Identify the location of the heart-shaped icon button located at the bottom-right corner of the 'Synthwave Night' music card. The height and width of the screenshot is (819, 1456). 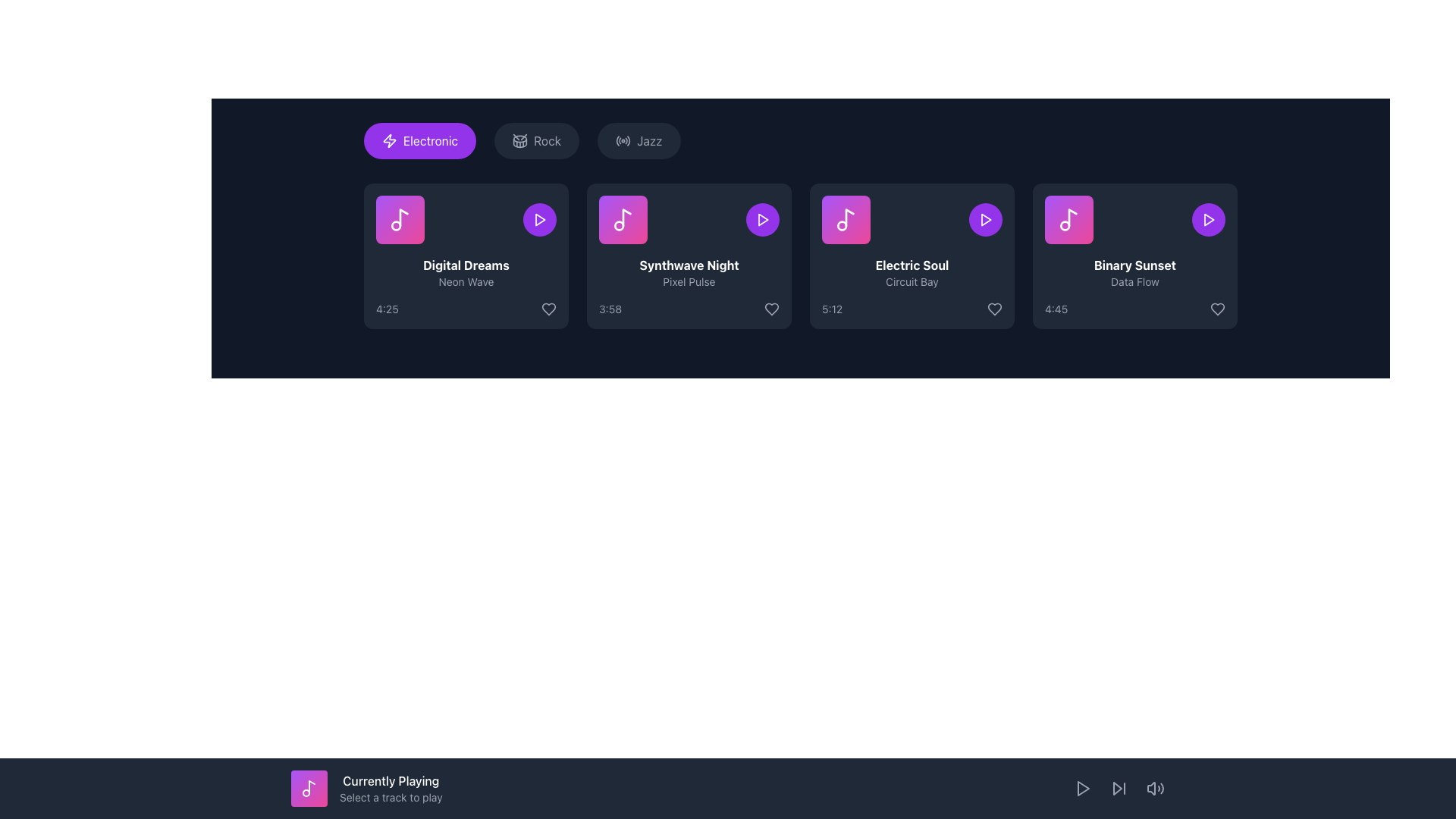
(771, 309).